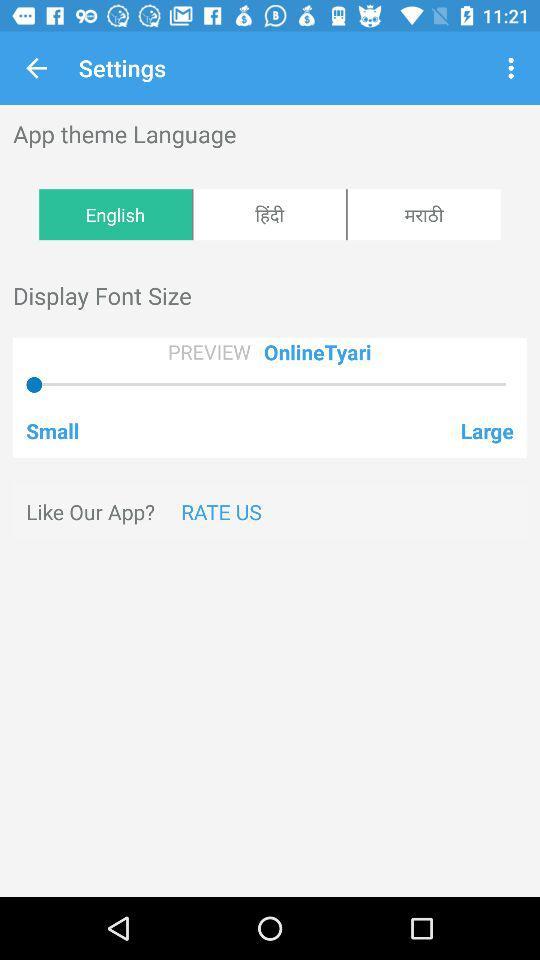 The image size is (540, 960). What do you see at coordinates (220, 510) in the screenshot?
I see `rate us item` at bounding box center [220, 510].